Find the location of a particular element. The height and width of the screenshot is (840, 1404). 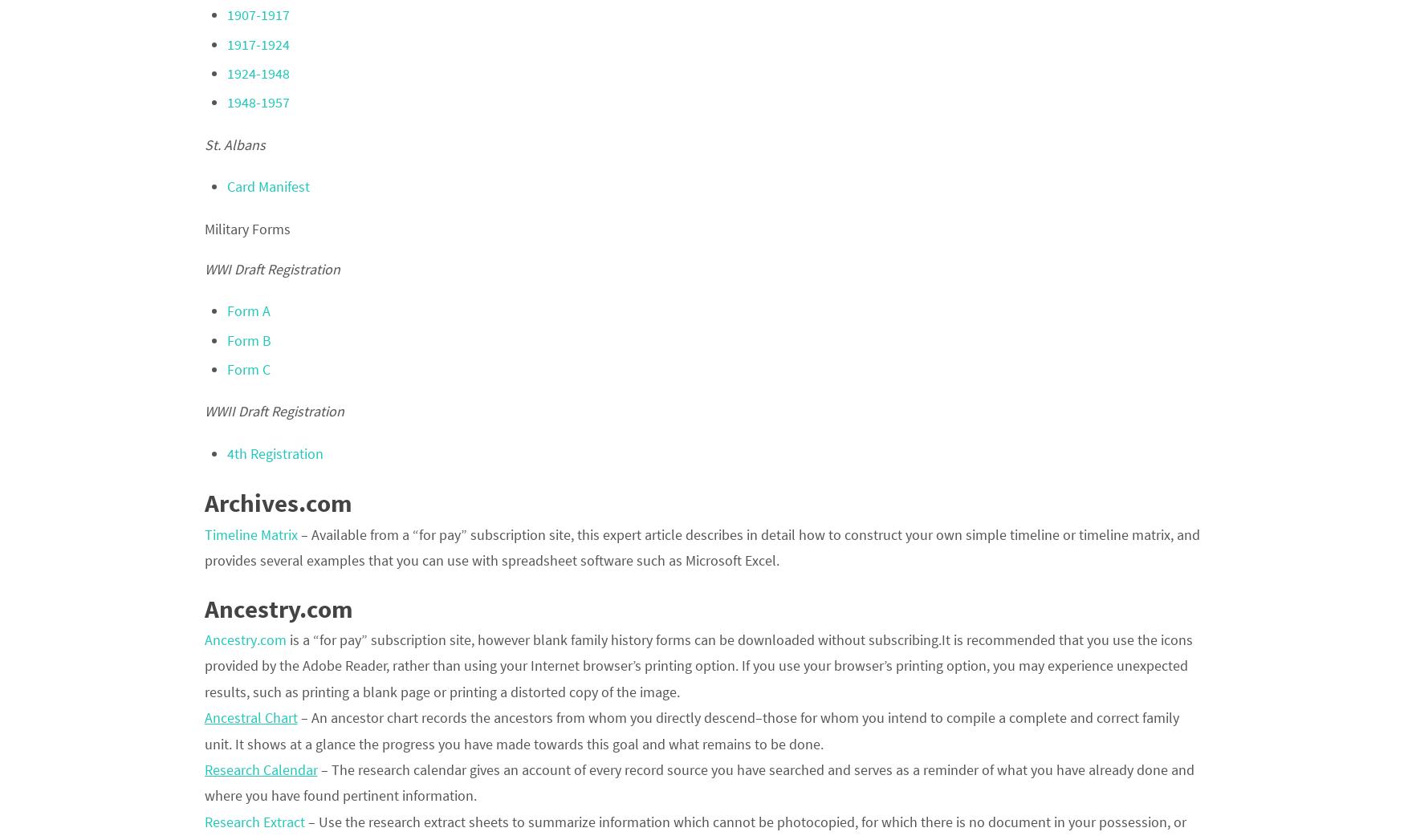

'Military Forms' is located at coordinates (246, 228).